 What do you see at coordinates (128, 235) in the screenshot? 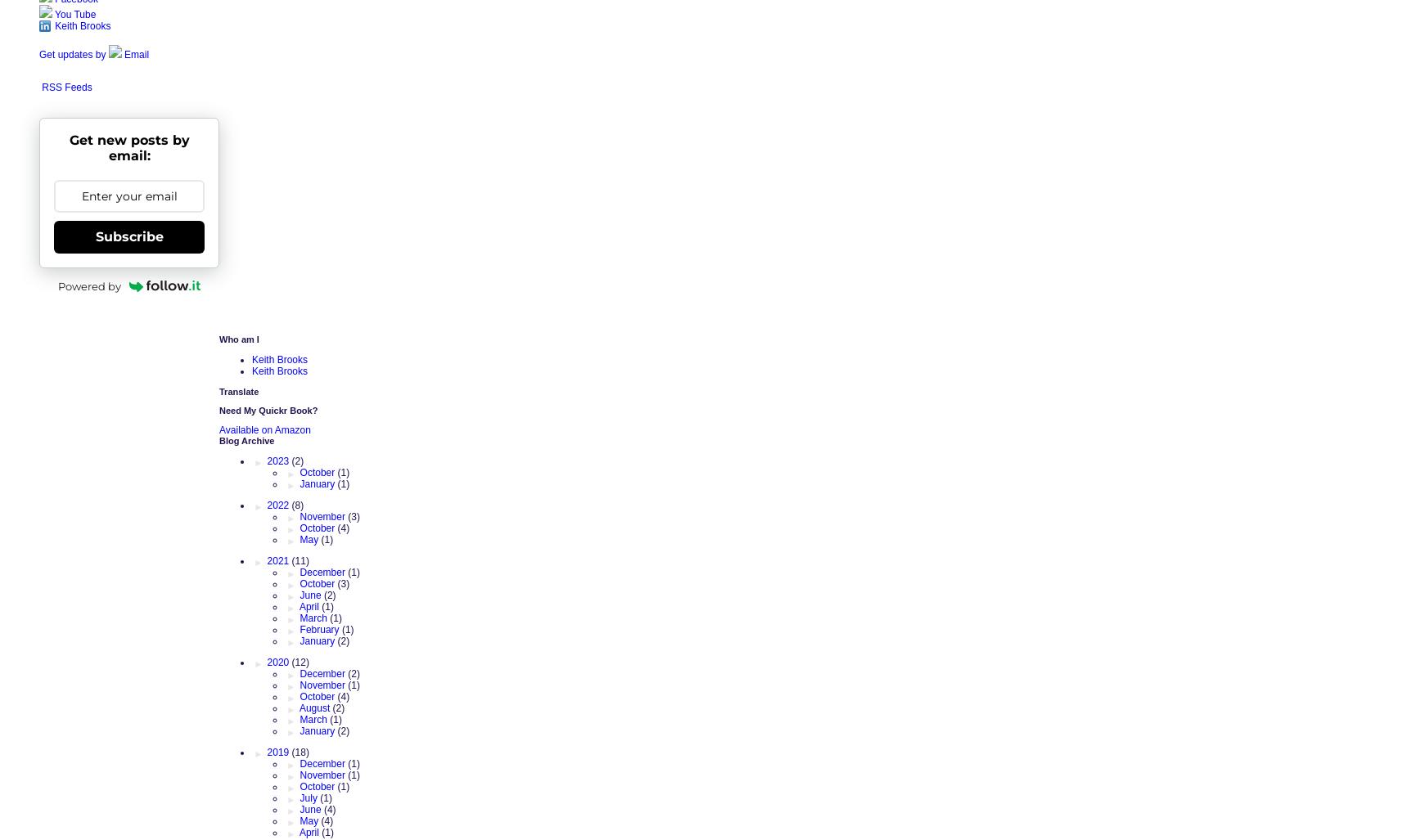
I see `'Subscribe'` at bounding box center [128, 235].